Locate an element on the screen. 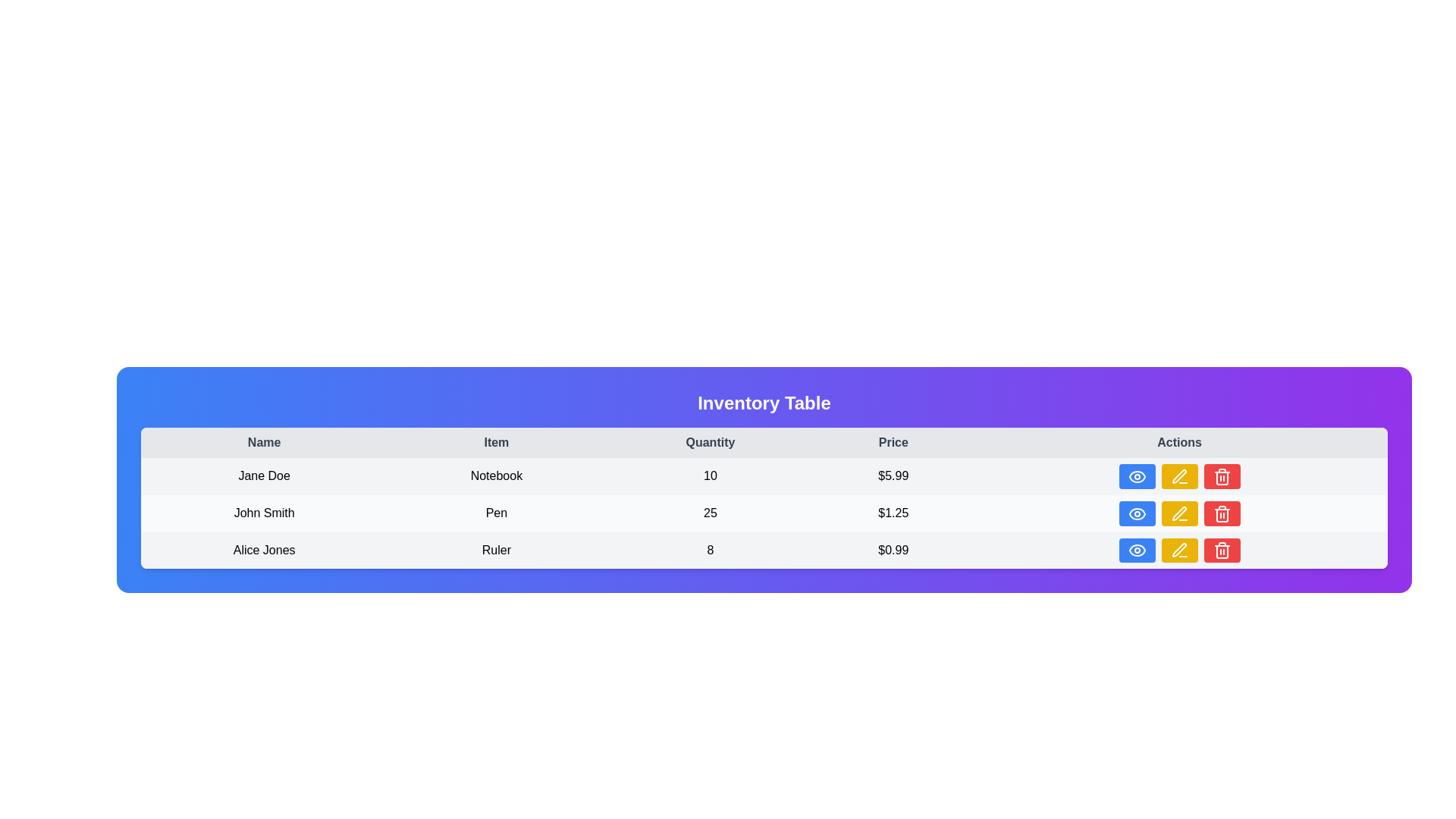 The width and height of the screenshot is (1456, 819). the column header that identifies the quantity values, positioned as the third cell from the left between 'Item' and 'Price' is located at coordinates (709, 442).